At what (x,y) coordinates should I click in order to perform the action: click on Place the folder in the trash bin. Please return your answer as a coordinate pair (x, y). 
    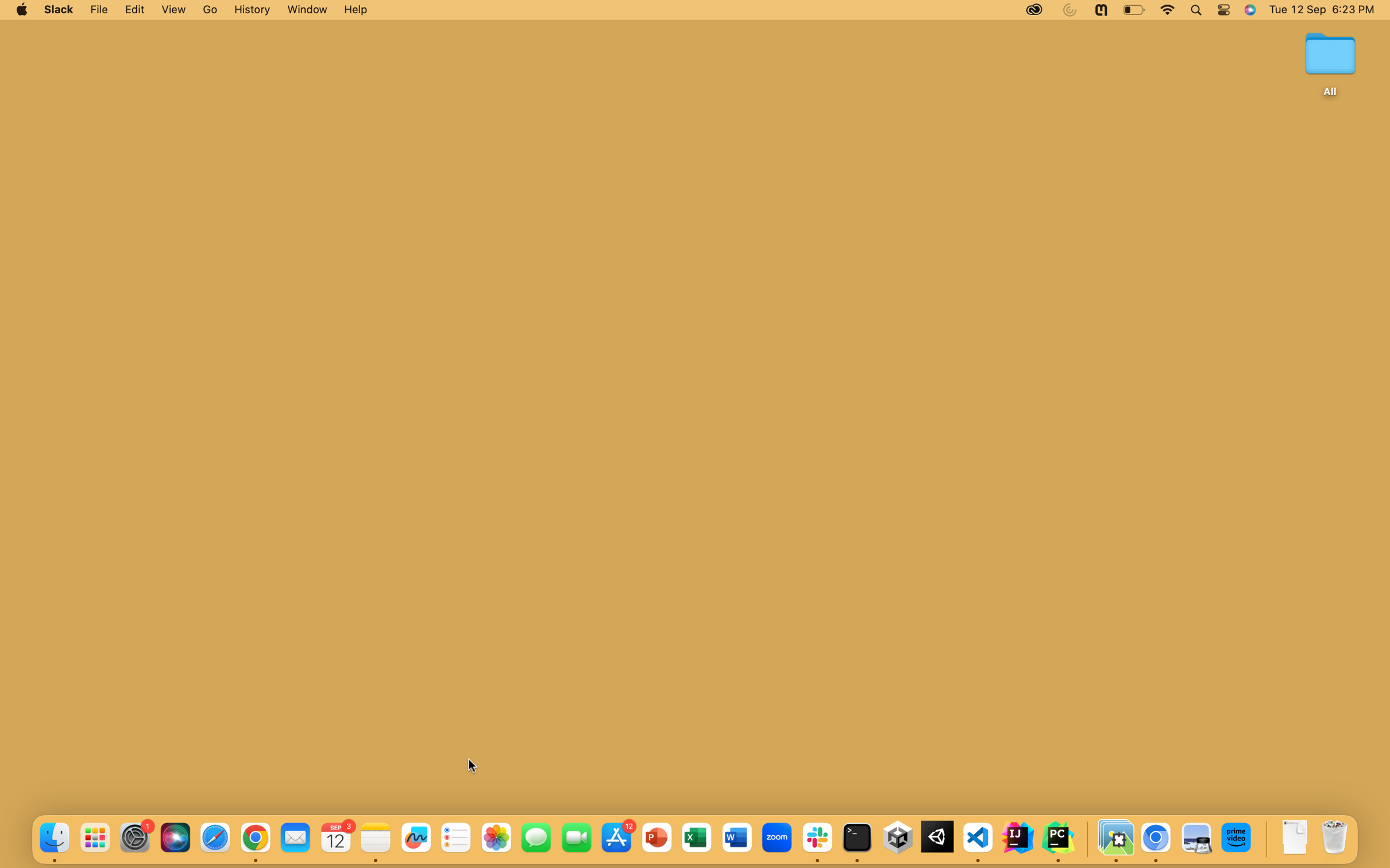
    Looking at the image, I should click on (4472325, 139748).